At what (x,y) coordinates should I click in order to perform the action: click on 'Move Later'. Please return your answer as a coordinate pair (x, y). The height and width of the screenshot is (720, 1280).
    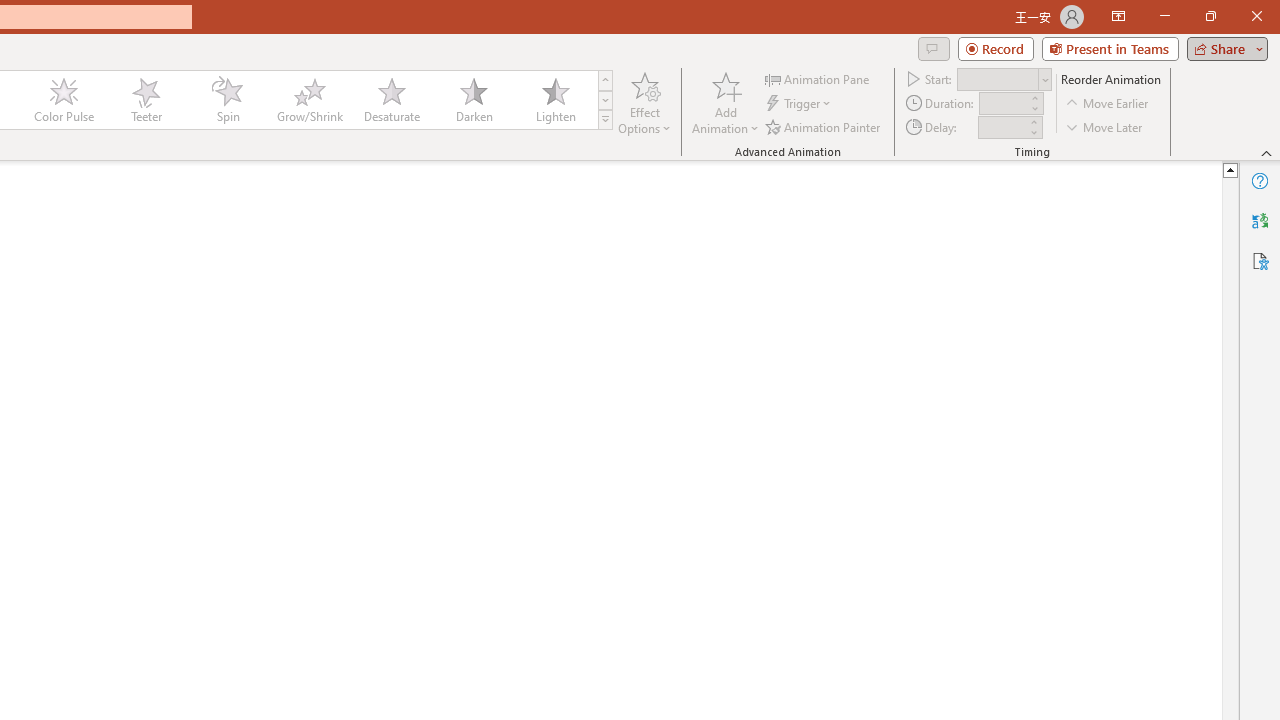
    Looking at the image, I should click on (1104, 127).